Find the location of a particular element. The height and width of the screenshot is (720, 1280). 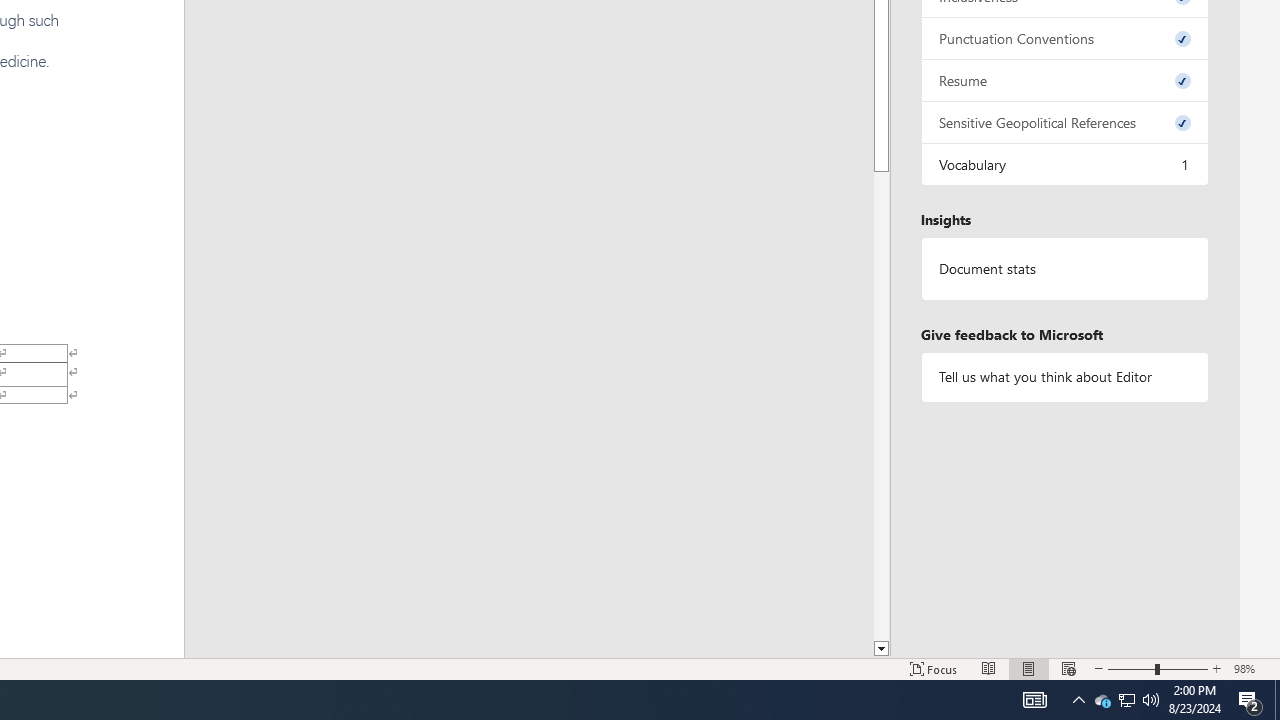

'Resume, 0 issues. Press space or enter to review items.' is located at coordinates (1063, 79).